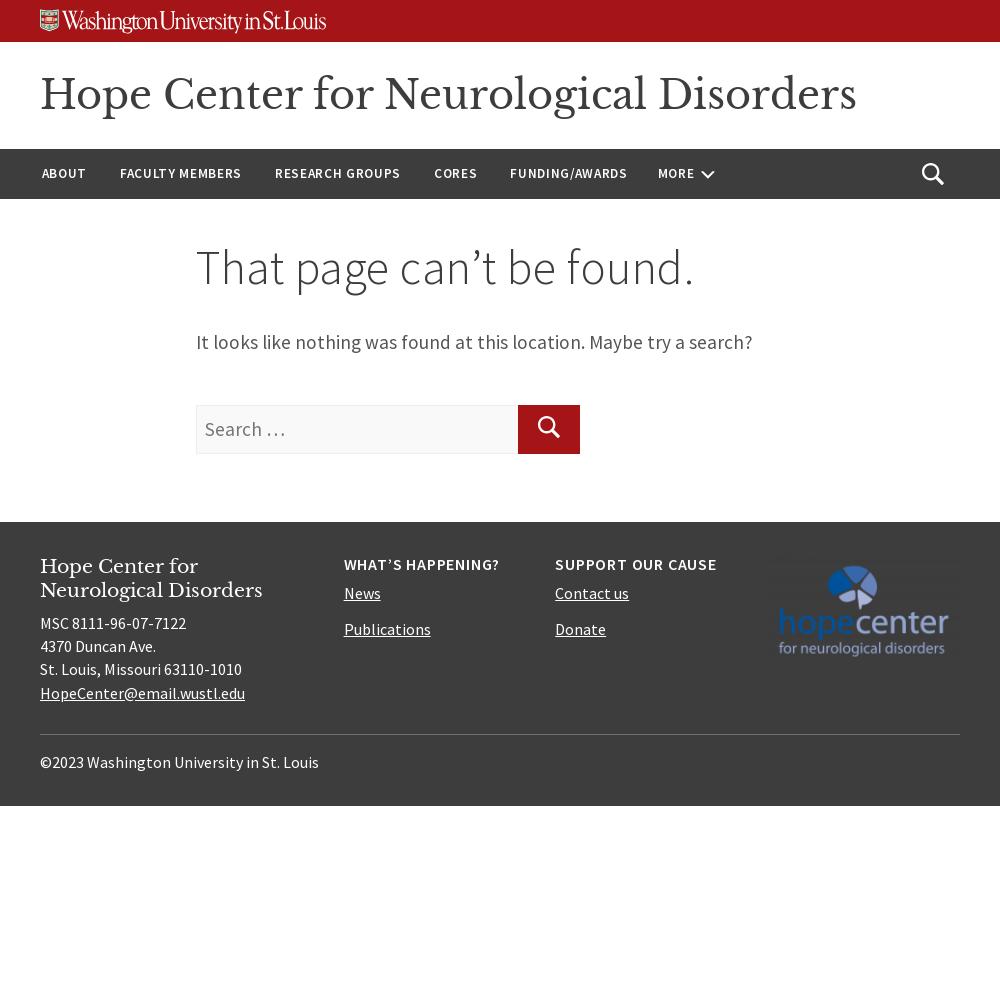 The image size is (1000, 1000). Describe the element at coordinates (444, 267) in the screenshot. I see `'That page can’t be found.'` at that location.